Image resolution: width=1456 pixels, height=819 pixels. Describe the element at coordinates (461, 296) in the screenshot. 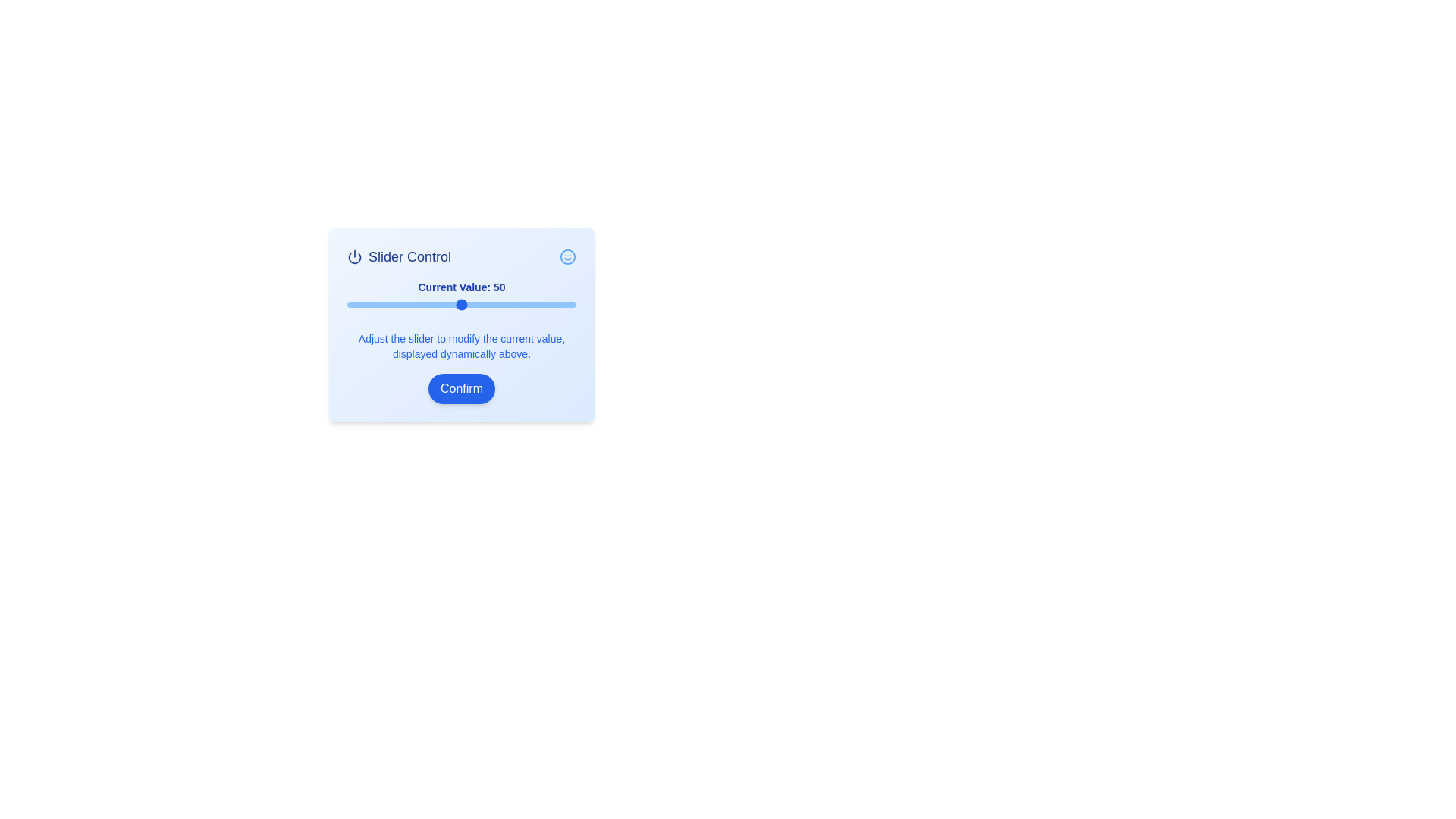

I see `the slider handle of the control labeled 'Current Value: 50'` at that location.